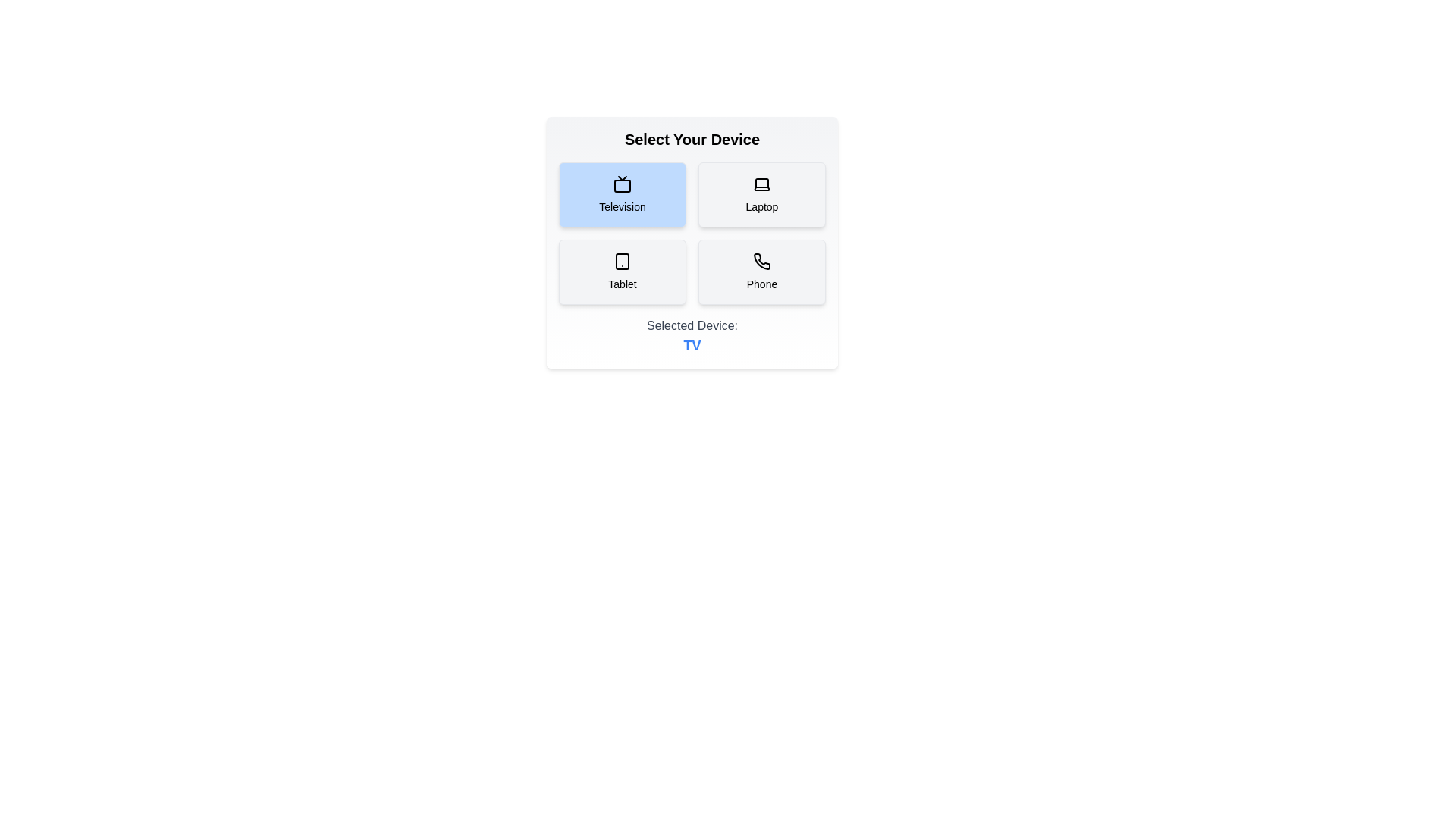  What do you see at coordinates (761, 194) in the screenshot?
I see `the button corresponding to Laptop to select it` at bounding box center [761, 194].